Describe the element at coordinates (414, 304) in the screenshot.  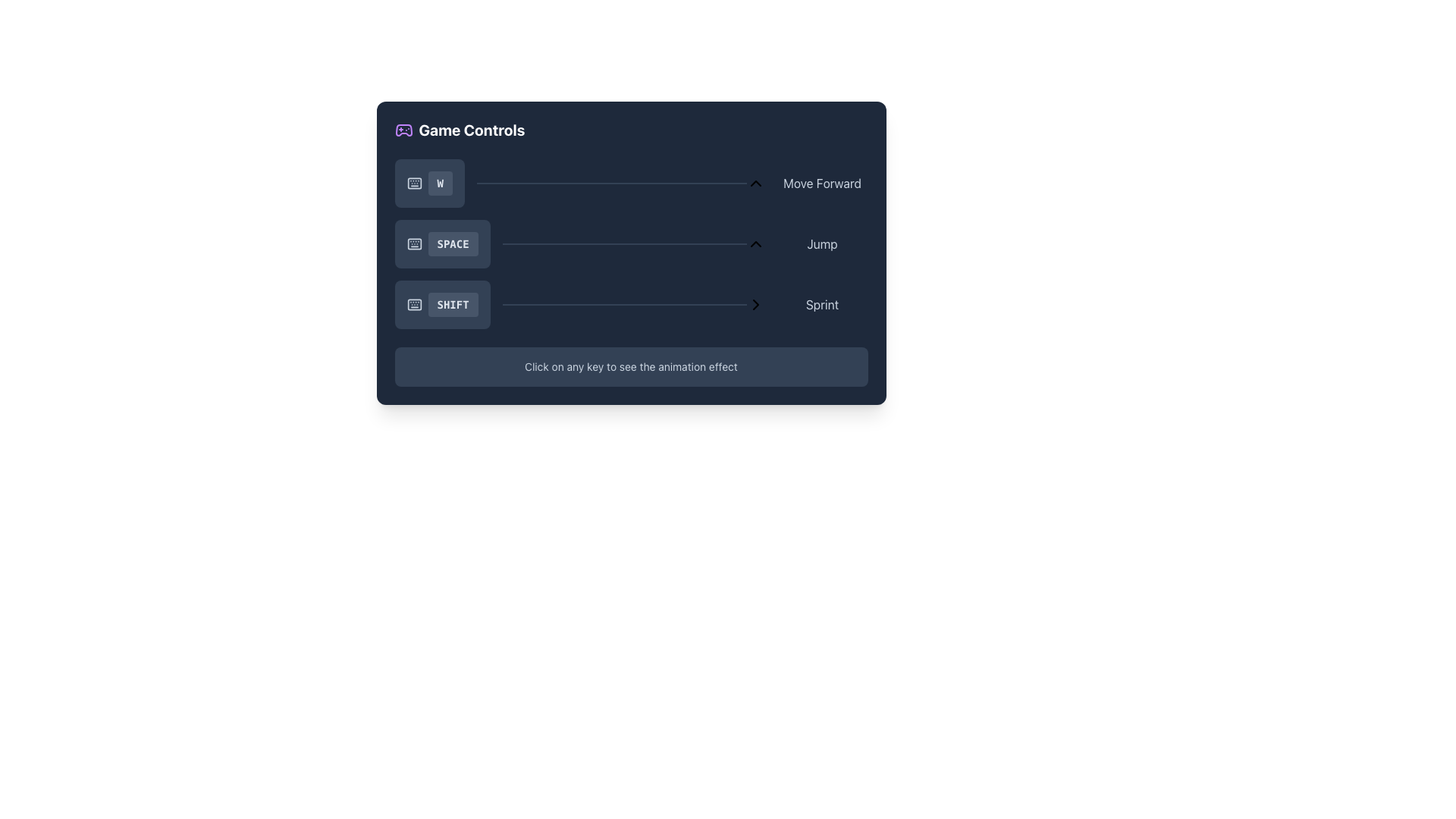
I see `the design of the SVG keyboard graphic component, which is a rectangle with rounded corners located centrally within the keyboard icon` at that location.